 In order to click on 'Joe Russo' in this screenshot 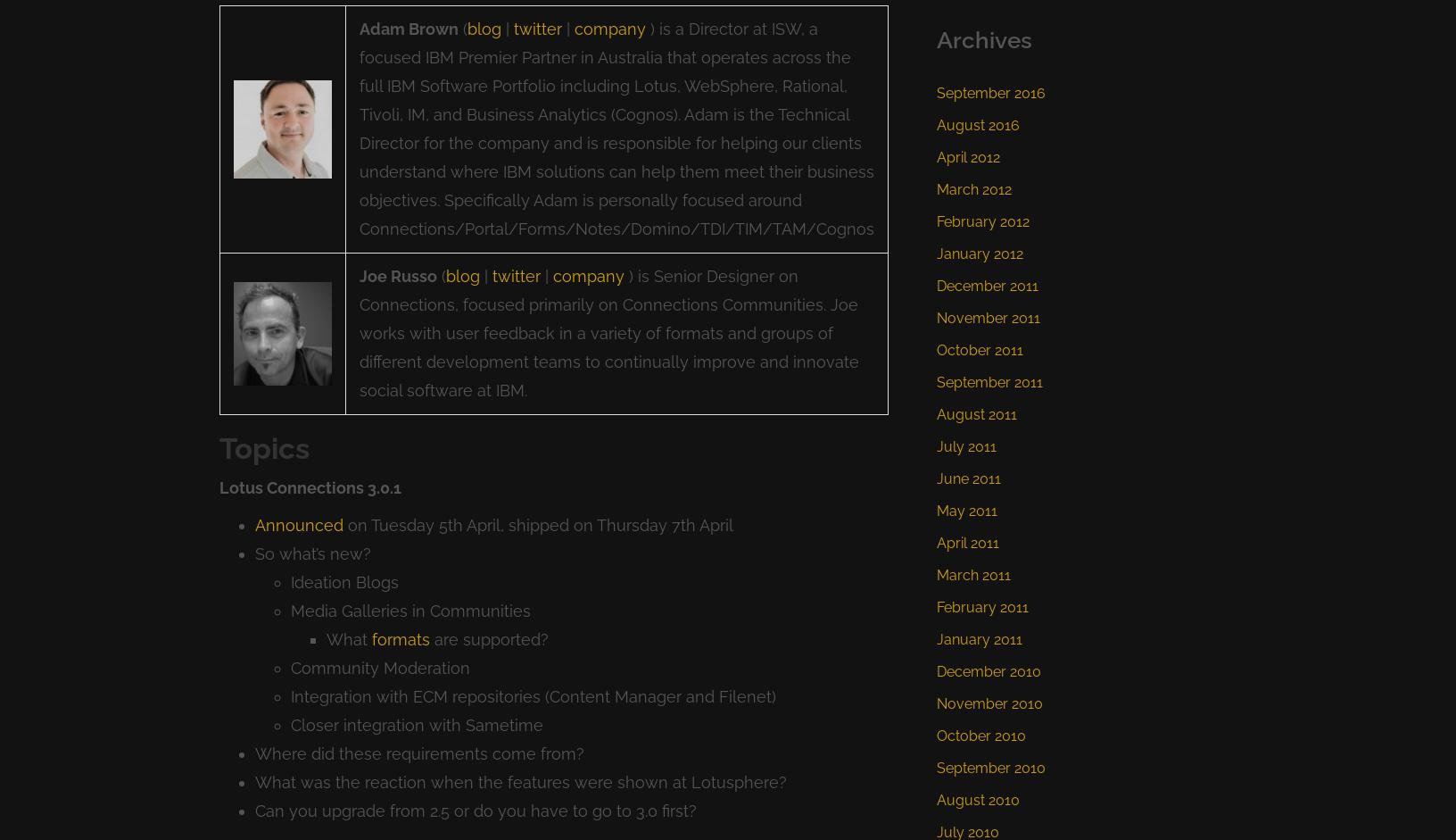, I will do `click(397, 274)`.